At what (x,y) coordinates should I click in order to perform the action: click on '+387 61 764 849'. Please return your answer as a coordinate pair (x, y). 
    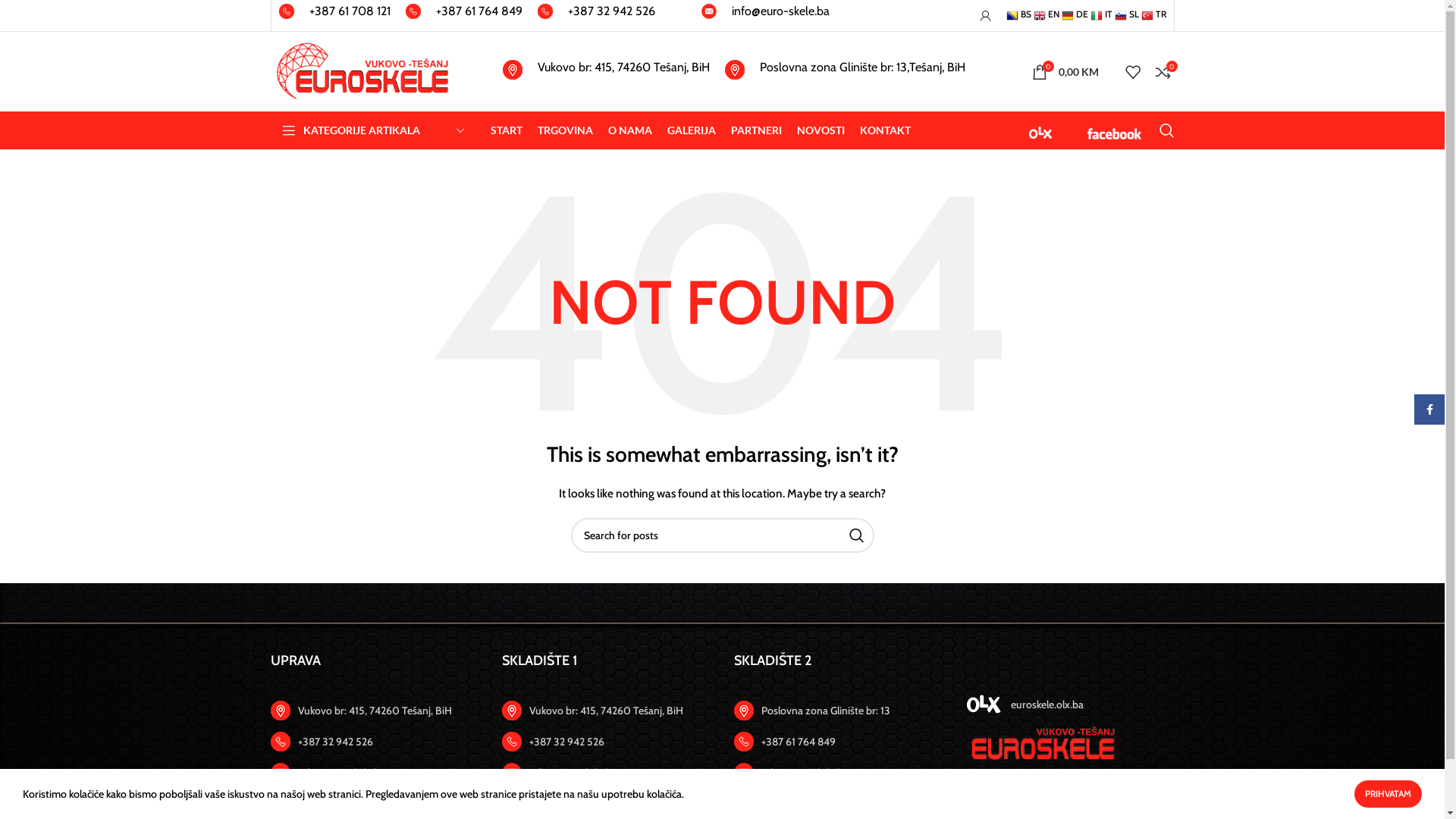
    Looking at the image, I should click on (462, 15).